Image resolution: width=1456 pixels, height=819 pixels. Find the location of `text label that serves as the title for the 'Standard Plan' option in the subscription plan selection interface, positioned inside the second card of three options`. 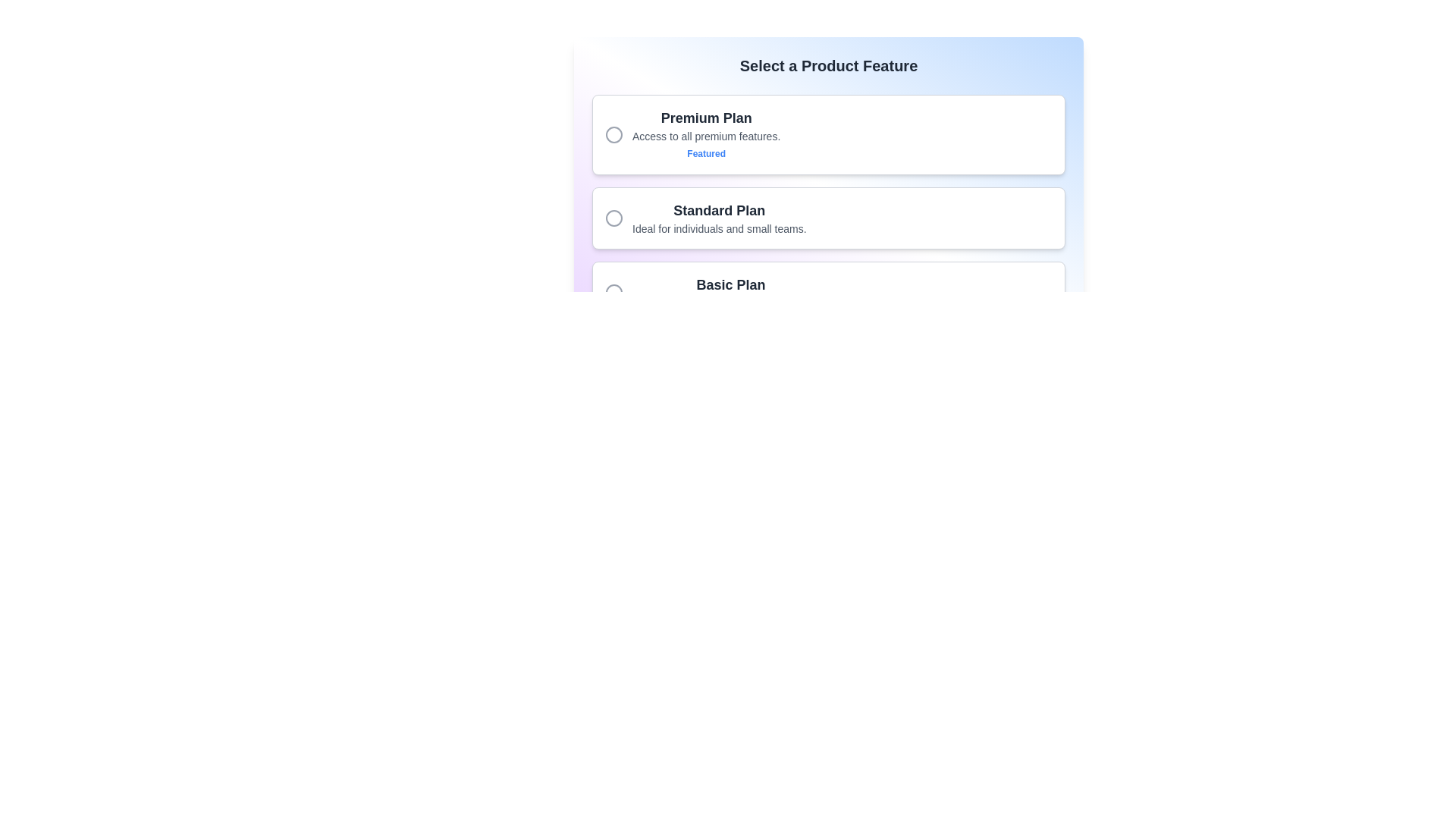

text label that serves as the title for the 'Standard Plan' option in the subscription plan selection interface, positioned inside the second card of three options is located at coordinates (718, 210).